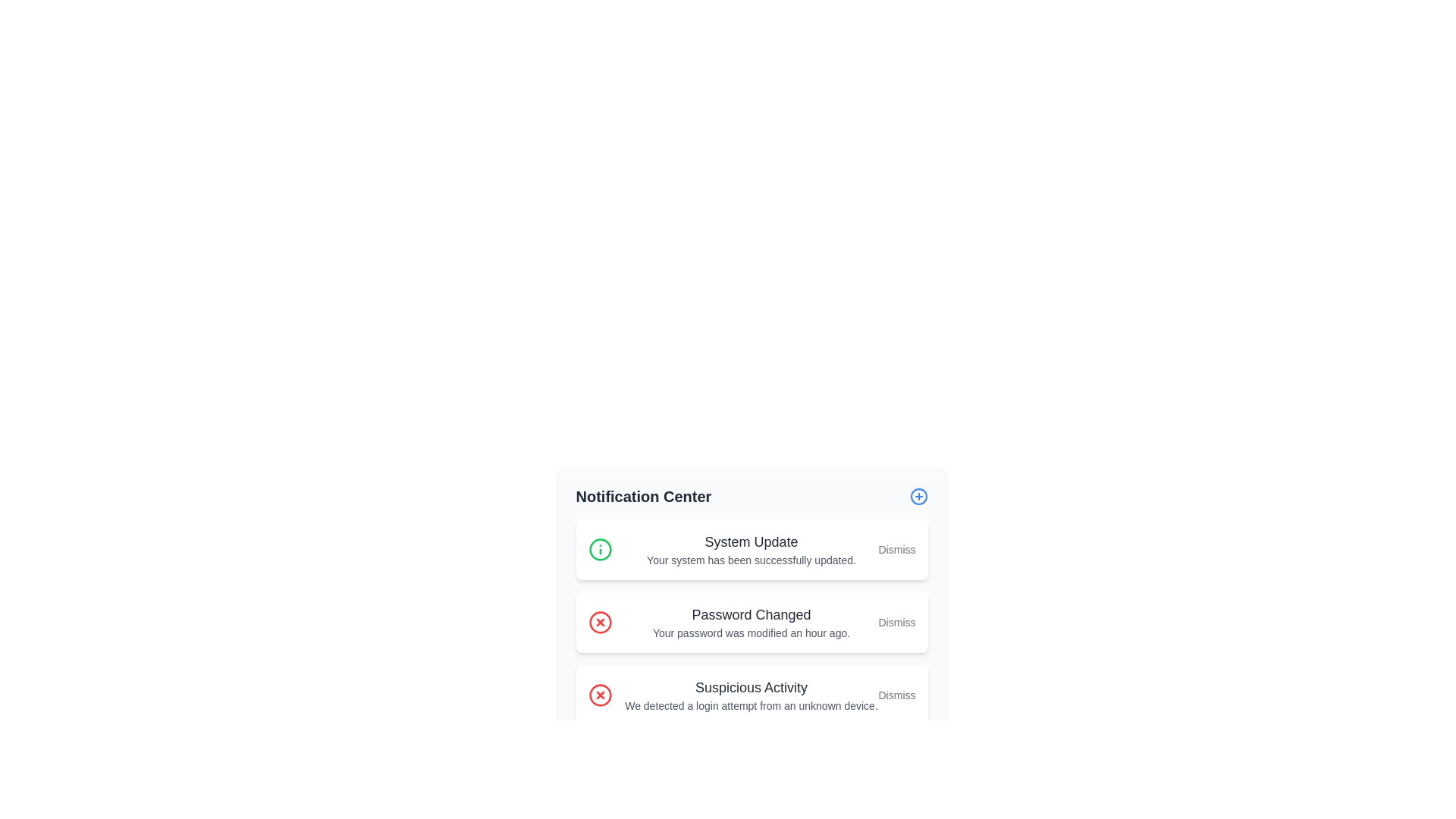 The width and height of the screenshot is (1456, 819). Describe the element at coordinates (751, 705) in the screenshot. I see `static text message 'We detected a login attempt from an unknown device.' which is the second line within the 'Suspicious Activity' notification card` at that location.